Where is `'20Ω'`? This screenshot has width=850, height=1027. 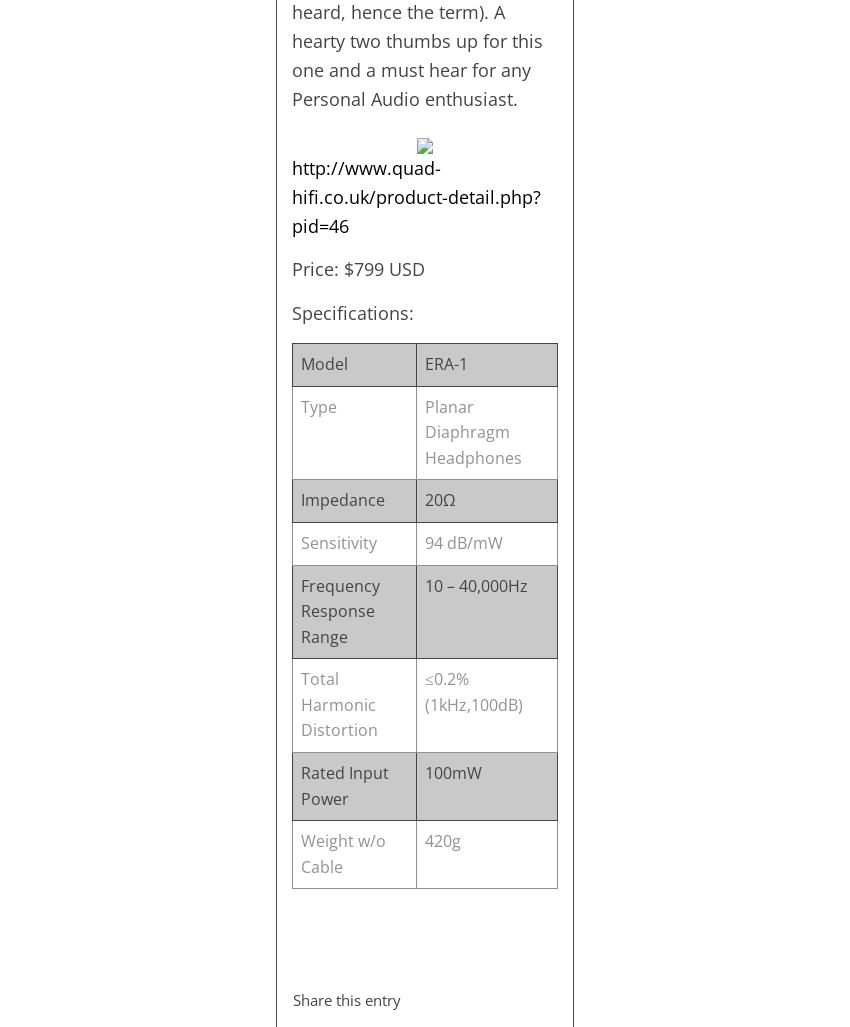
'20Ω' is located at coordinates (438, 500).